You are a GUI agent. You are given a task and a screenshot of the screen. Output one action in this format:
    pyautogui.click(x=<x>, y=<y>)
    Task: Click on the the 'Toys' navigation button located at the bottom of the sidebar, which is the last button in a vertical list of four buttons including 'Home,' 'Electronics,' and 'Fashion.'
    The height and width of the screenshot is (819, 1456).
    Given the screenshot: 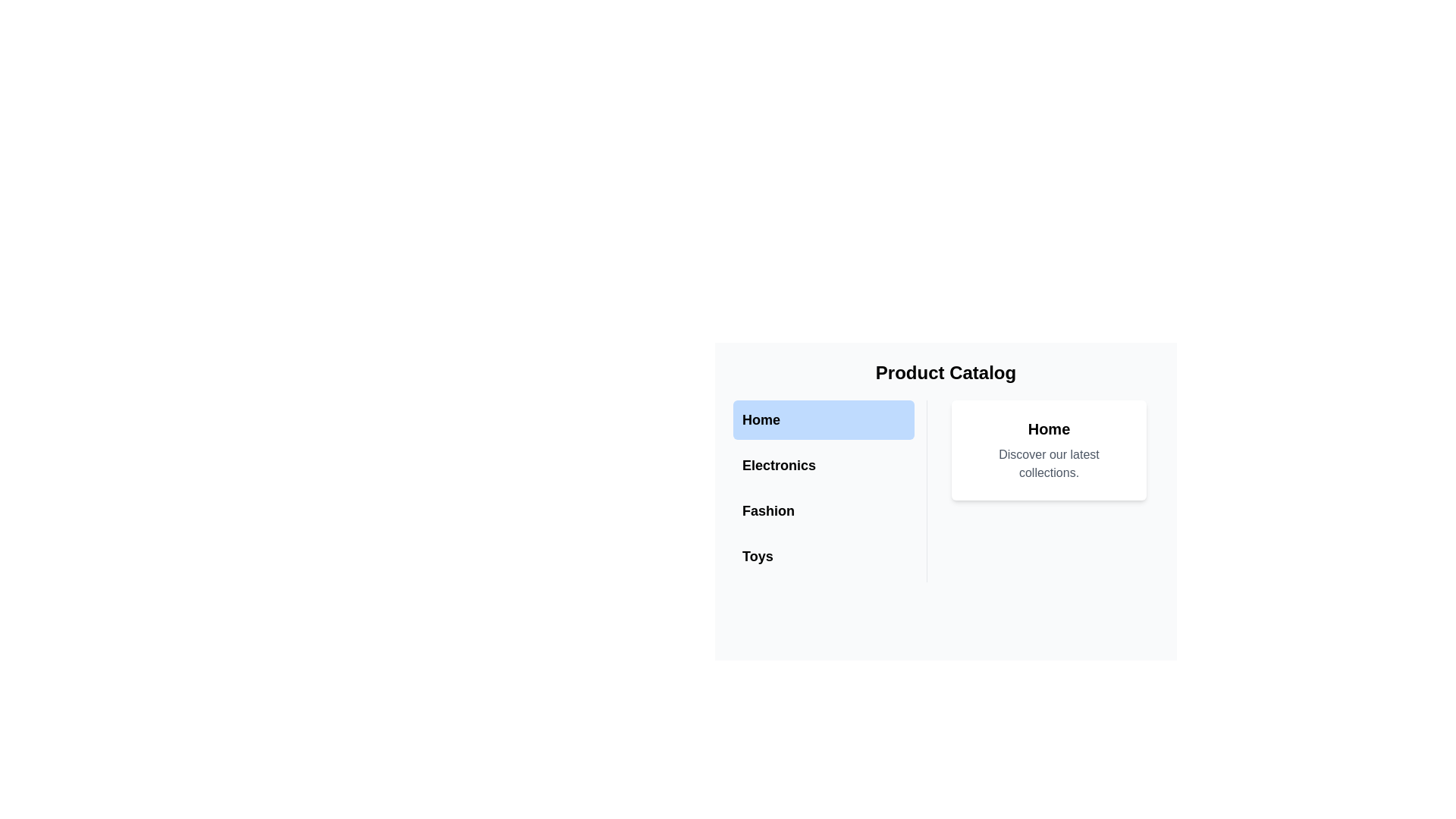 What is the action you would take?
    pyautogui.click(x=823, y=556)
    